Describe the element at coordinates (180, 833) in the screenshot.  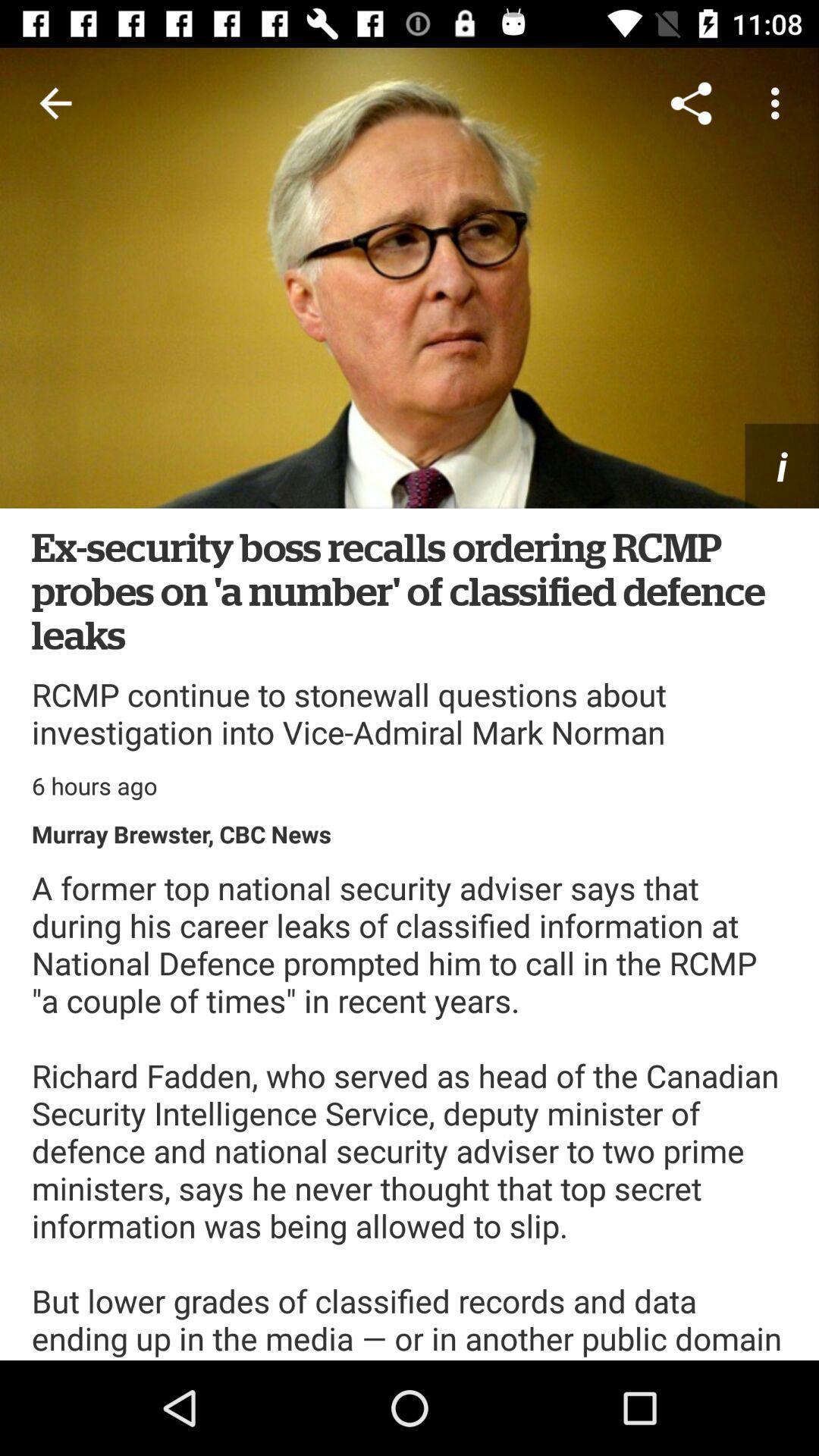
I see `the icon below the 6 hours ago icon` at that location.